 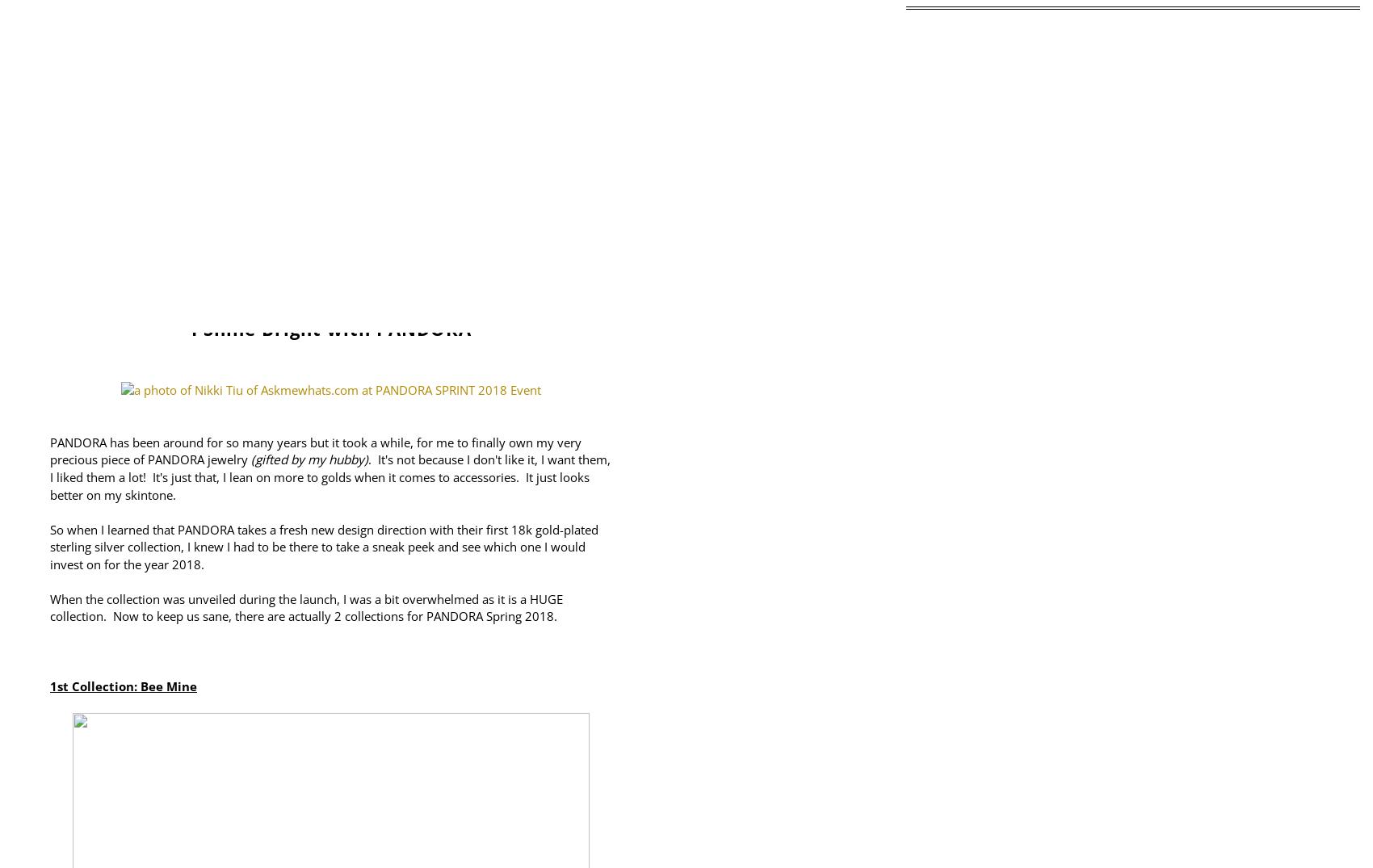 I want to click on 'MAKE UP PORTFOLIO', so click(x=555, y=241).